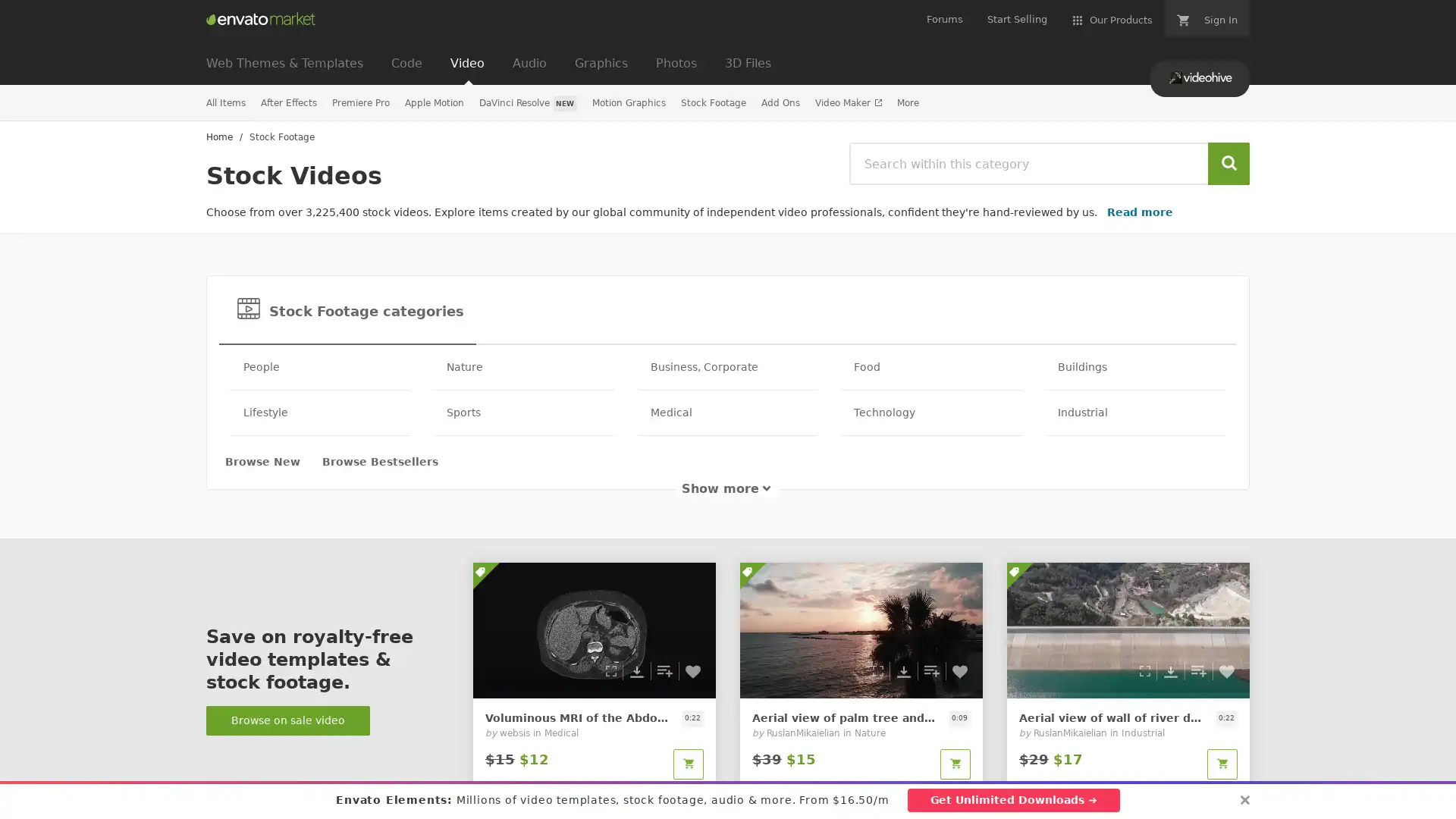  I want to click on Download preview, so click(637, 670).